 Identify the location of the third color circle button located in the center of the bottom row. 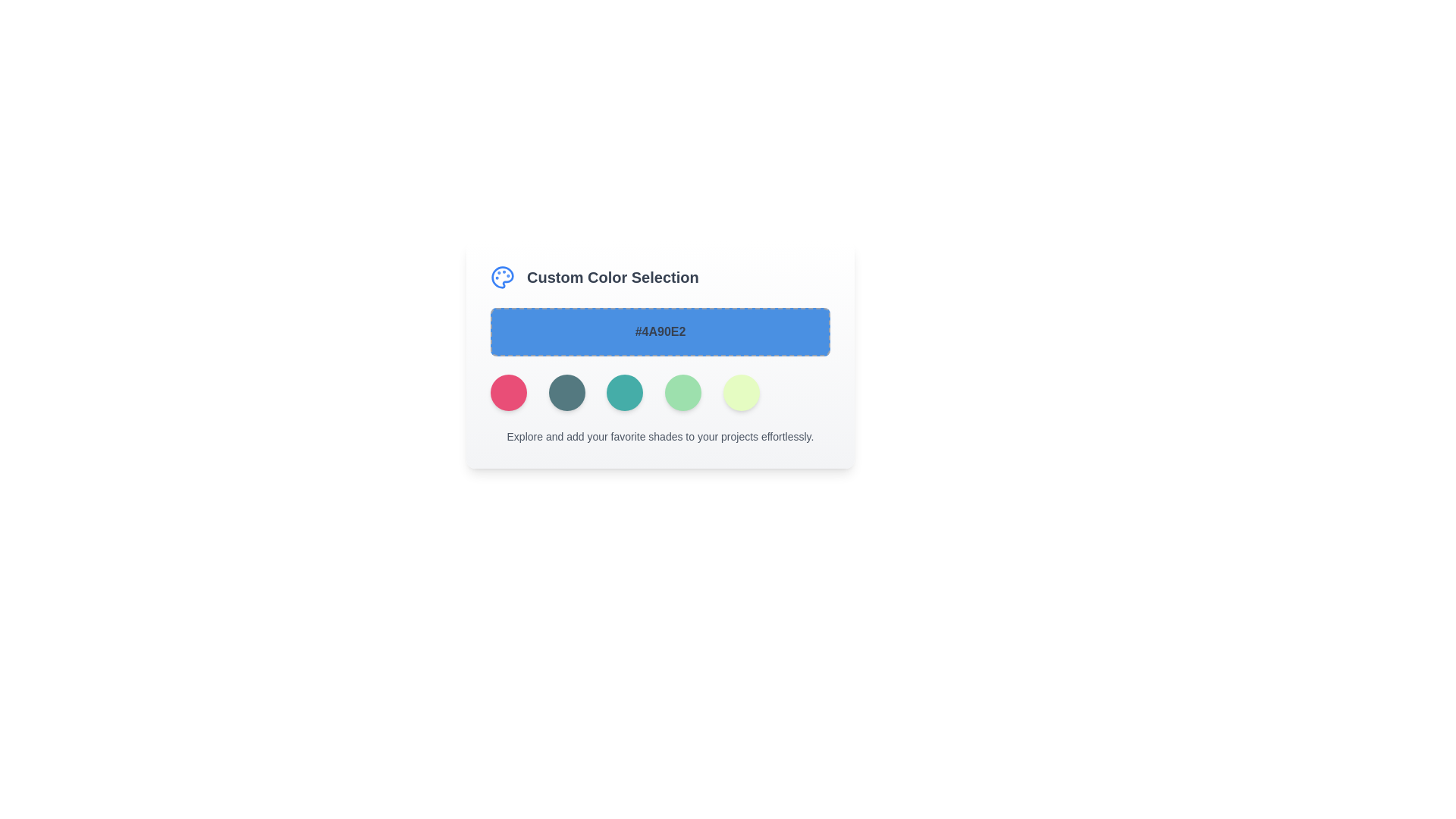
(625, 391).